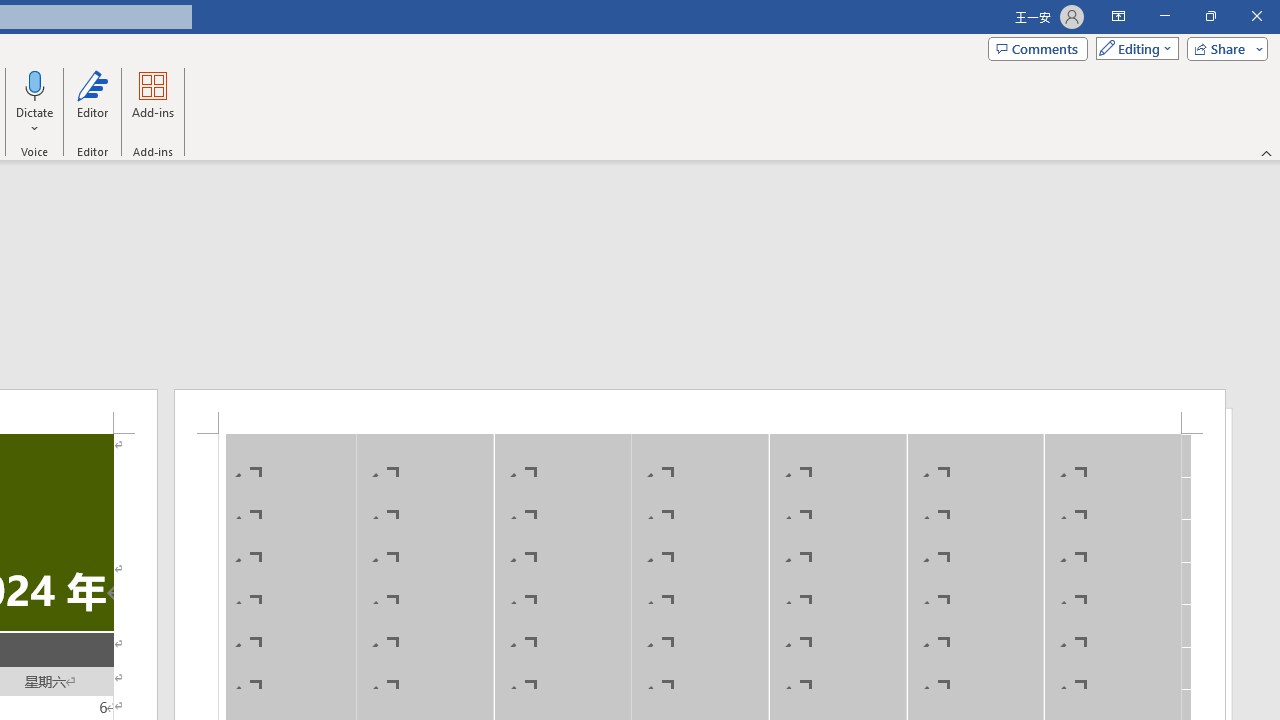 The height and width of the screenshot is (720, 1280). What do you see at coordinates (1133, 47) in the screenshot?
I see `'Mode'` at bounding box center [1133, 47].